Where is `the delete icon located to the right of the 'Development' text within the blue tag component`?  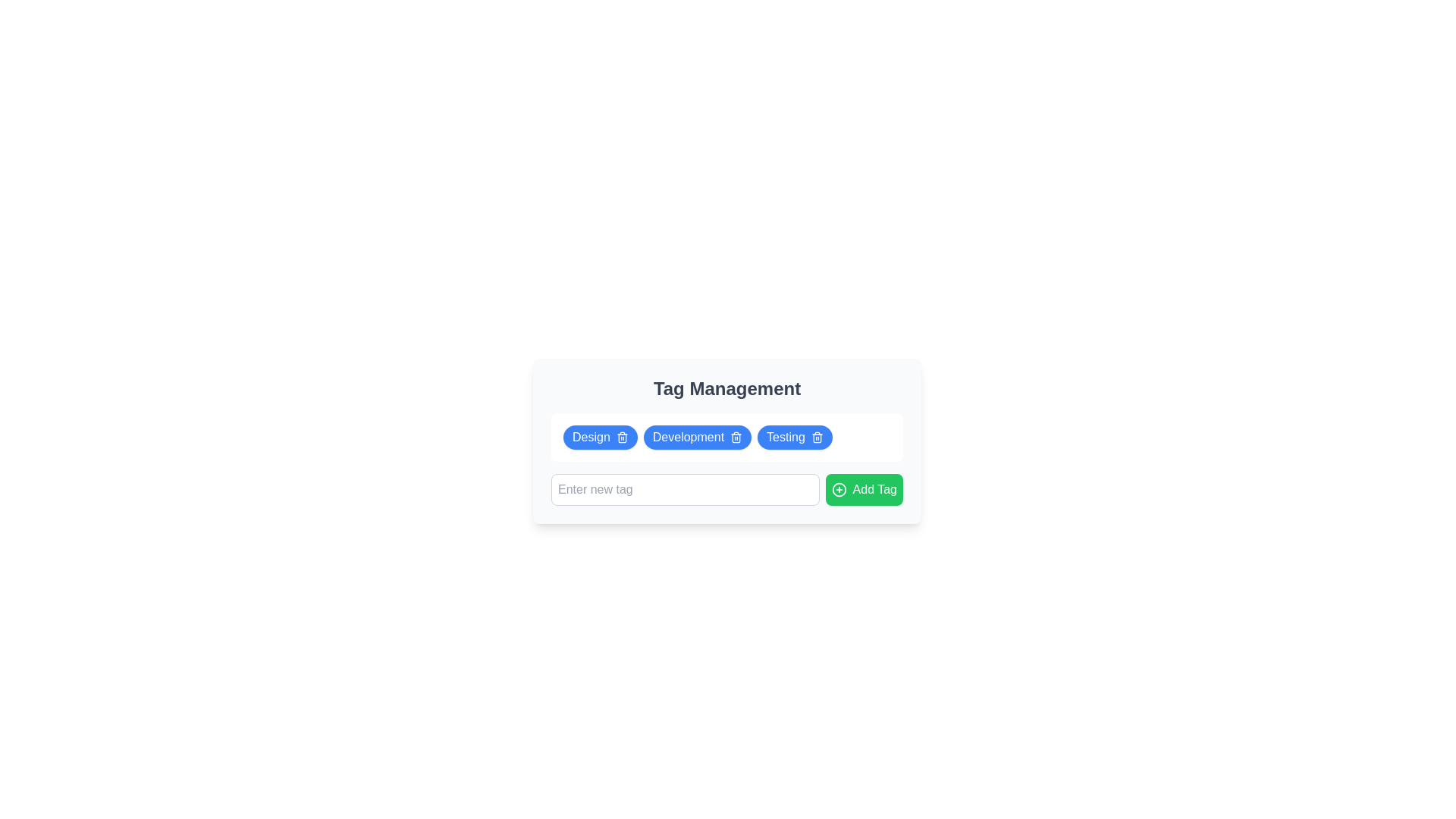 the delete icon located to the right of the 'Development' text within the blue tag component is located at coordinates (736, 438).